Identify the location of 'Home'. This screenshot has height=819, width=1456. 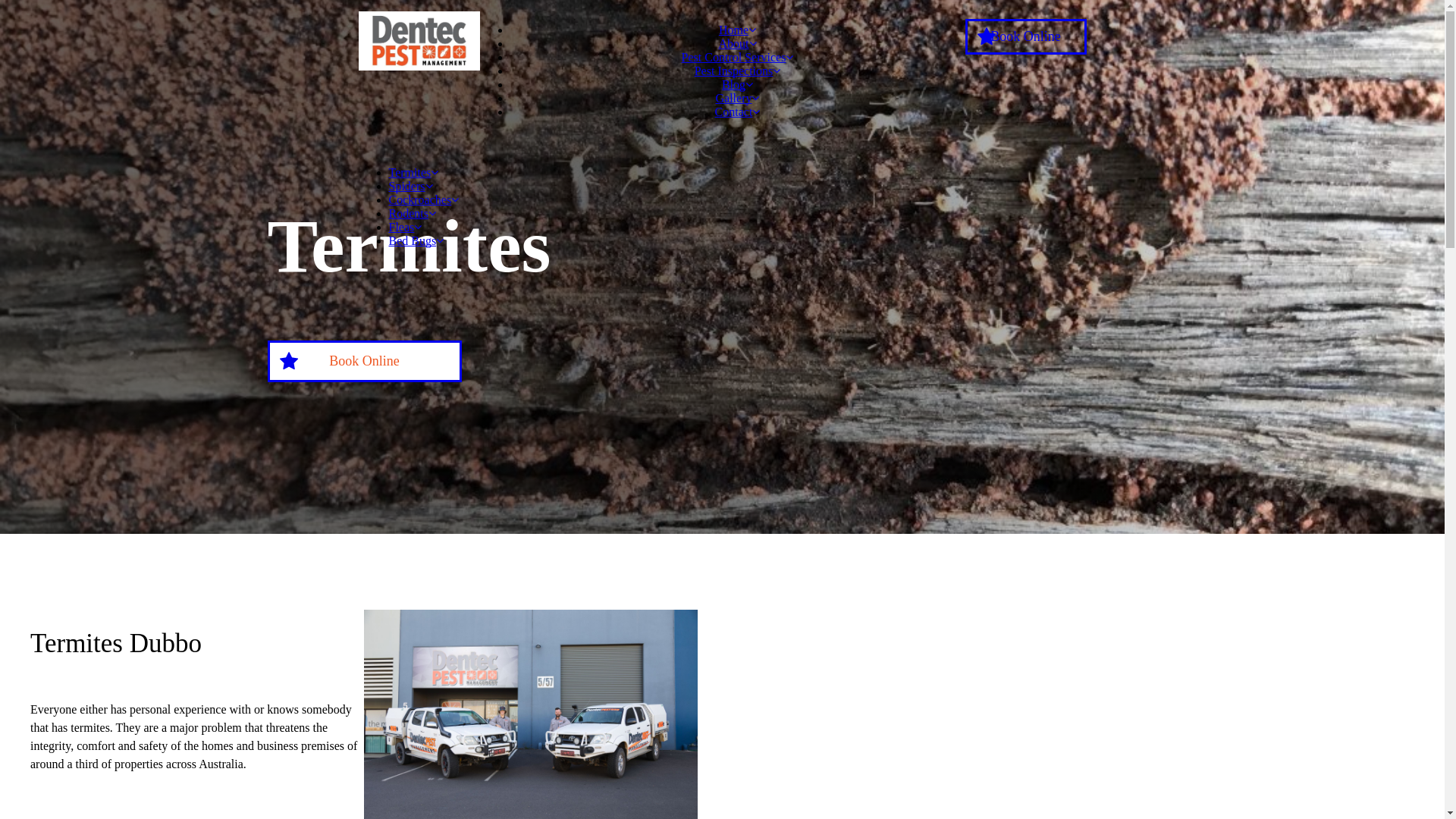
(737, 30).